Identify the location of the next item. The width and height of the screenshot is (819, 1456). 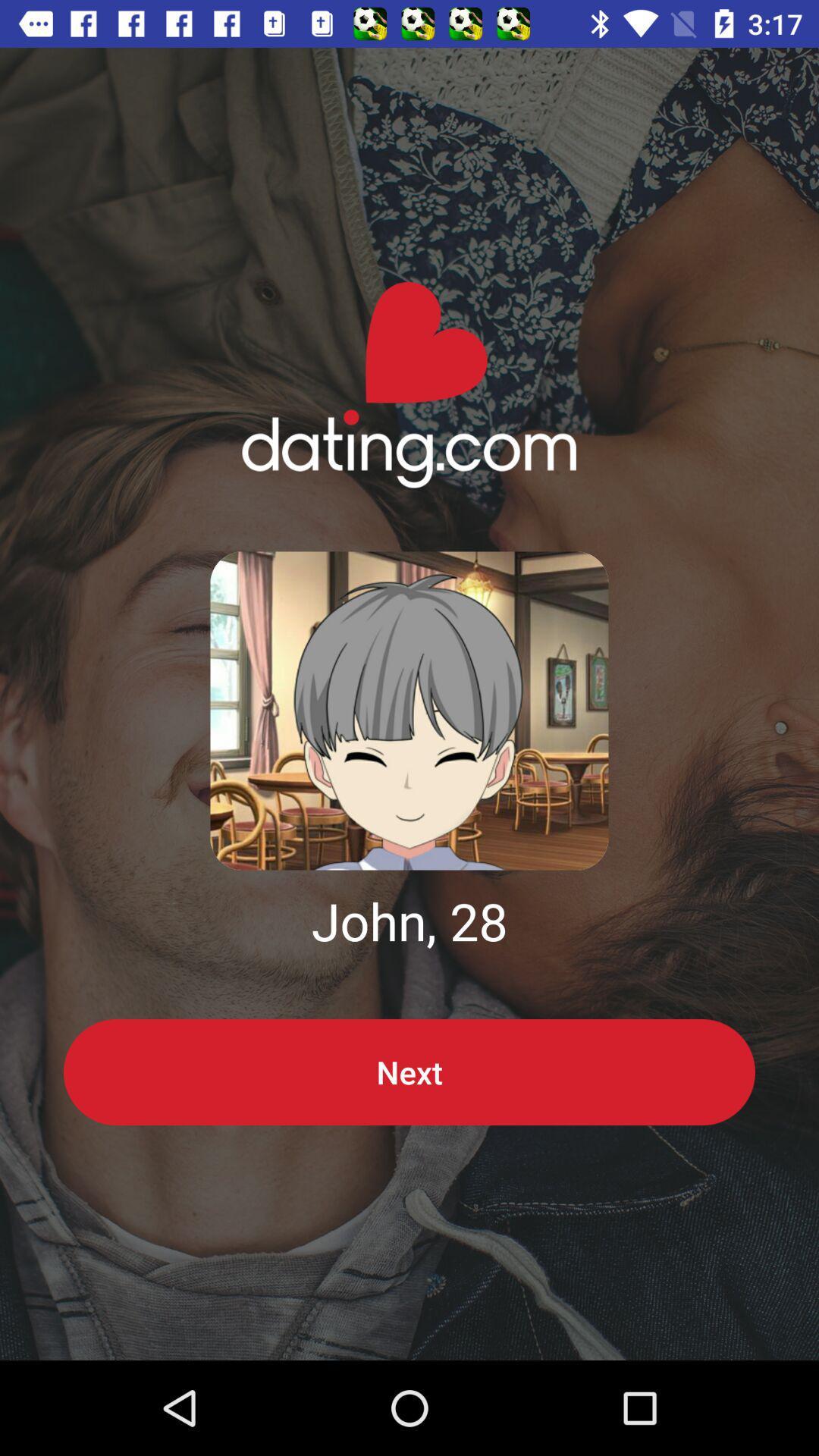
(409, 1072).